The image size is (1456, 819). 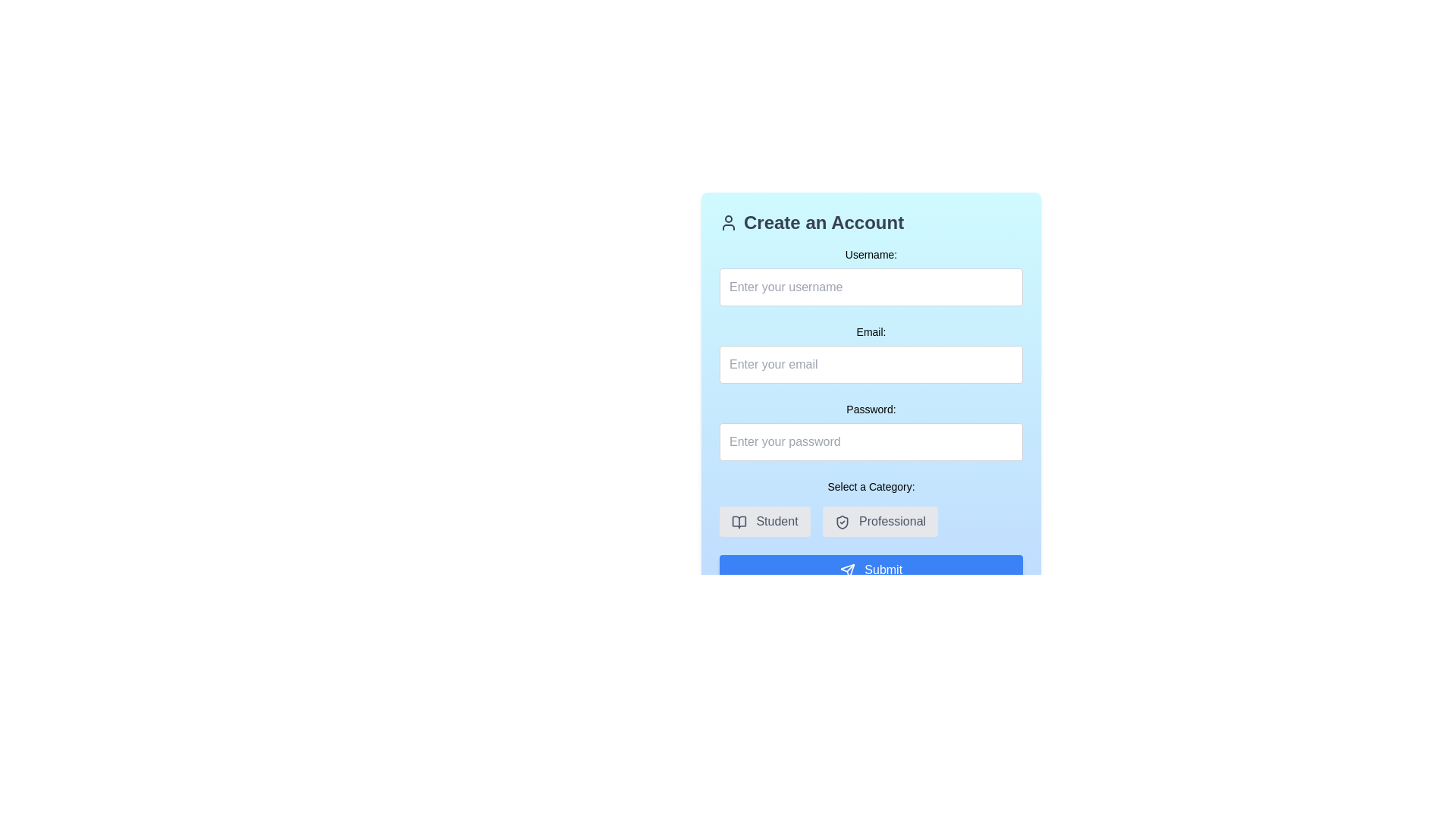 What do you see at coordinates (871, 508) in the screenshot?
I see `the 'Student' and 'Professional' options in the labeled button group` at bounding box center [871, 508].